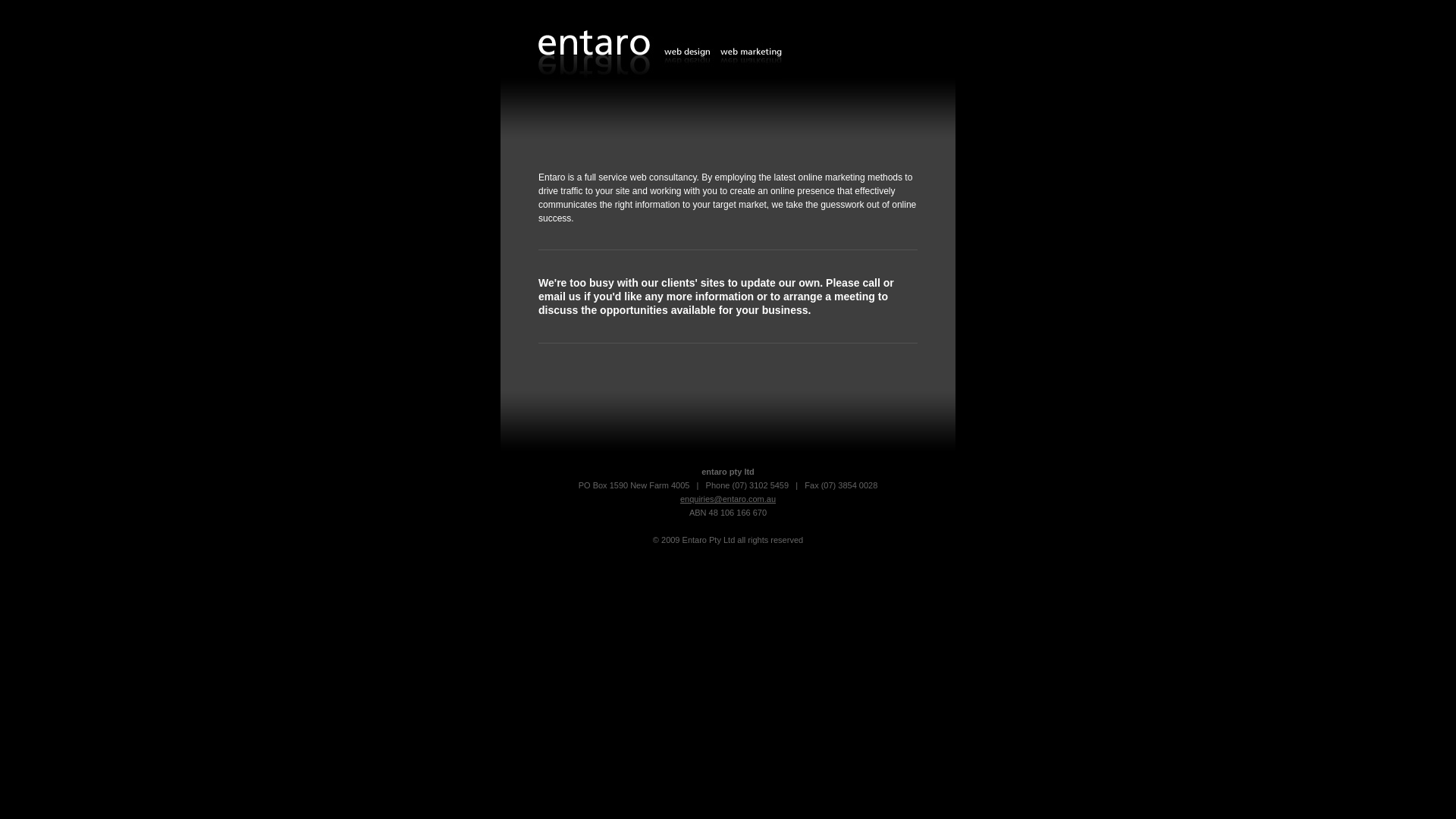  Describe the element at coordinates (728, 499) in the screenshot. I see `'enquiries@entaro.com.au'` at that location.